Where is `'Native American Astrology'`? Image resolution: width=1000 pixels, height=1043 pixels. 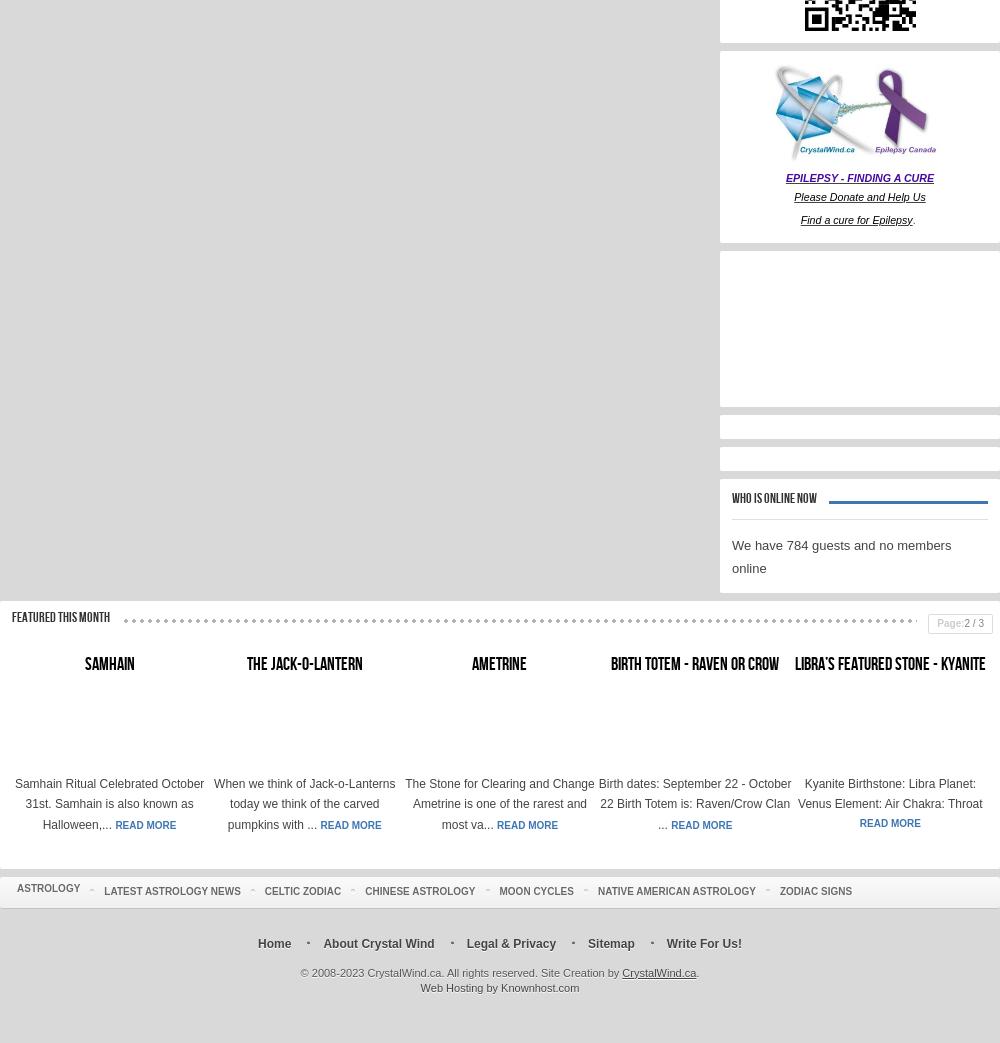 'Native American Astrology' is located at coordinates (676, 890).